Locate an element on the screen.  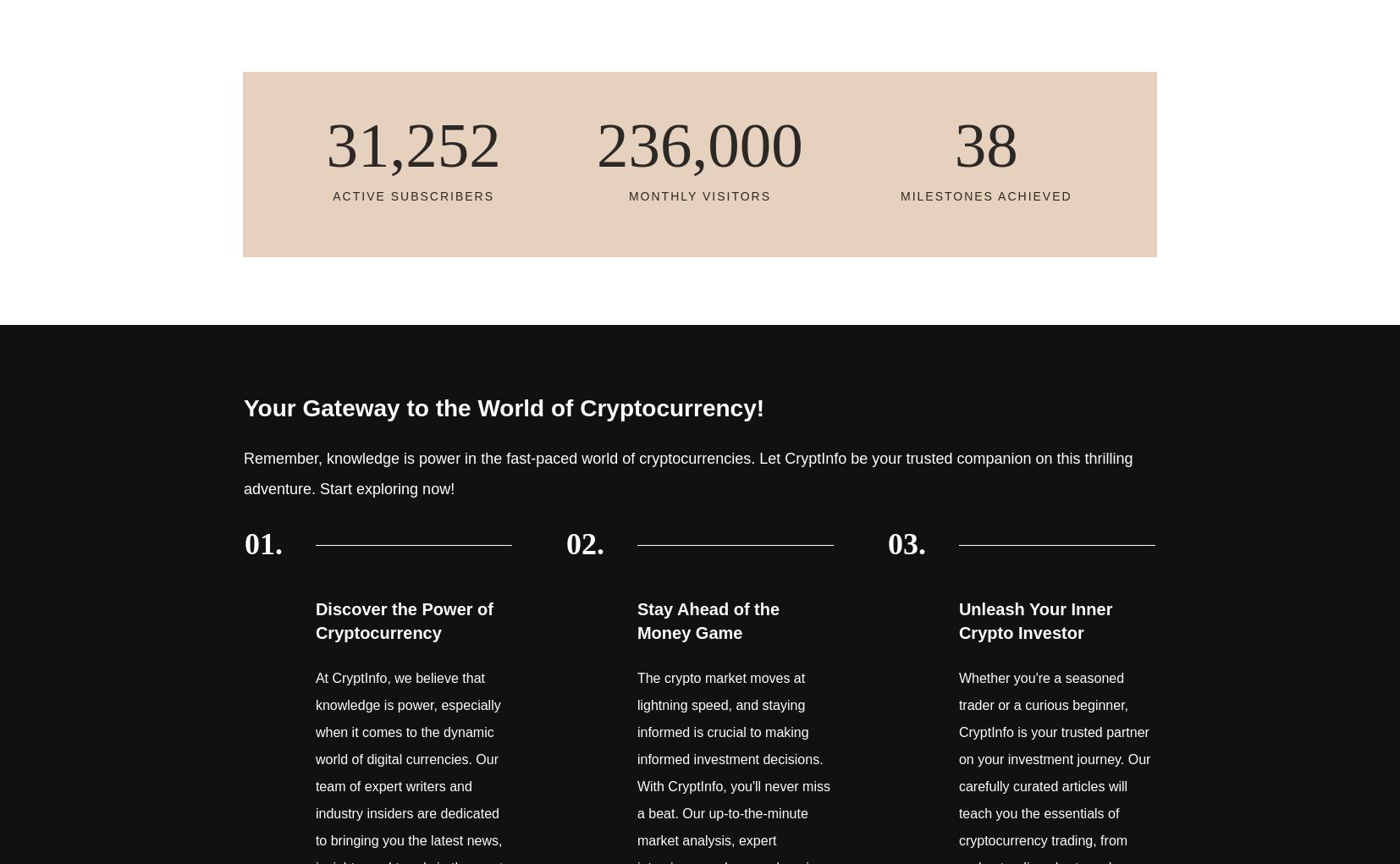
'236,000' is located at coordinates (699, 144).